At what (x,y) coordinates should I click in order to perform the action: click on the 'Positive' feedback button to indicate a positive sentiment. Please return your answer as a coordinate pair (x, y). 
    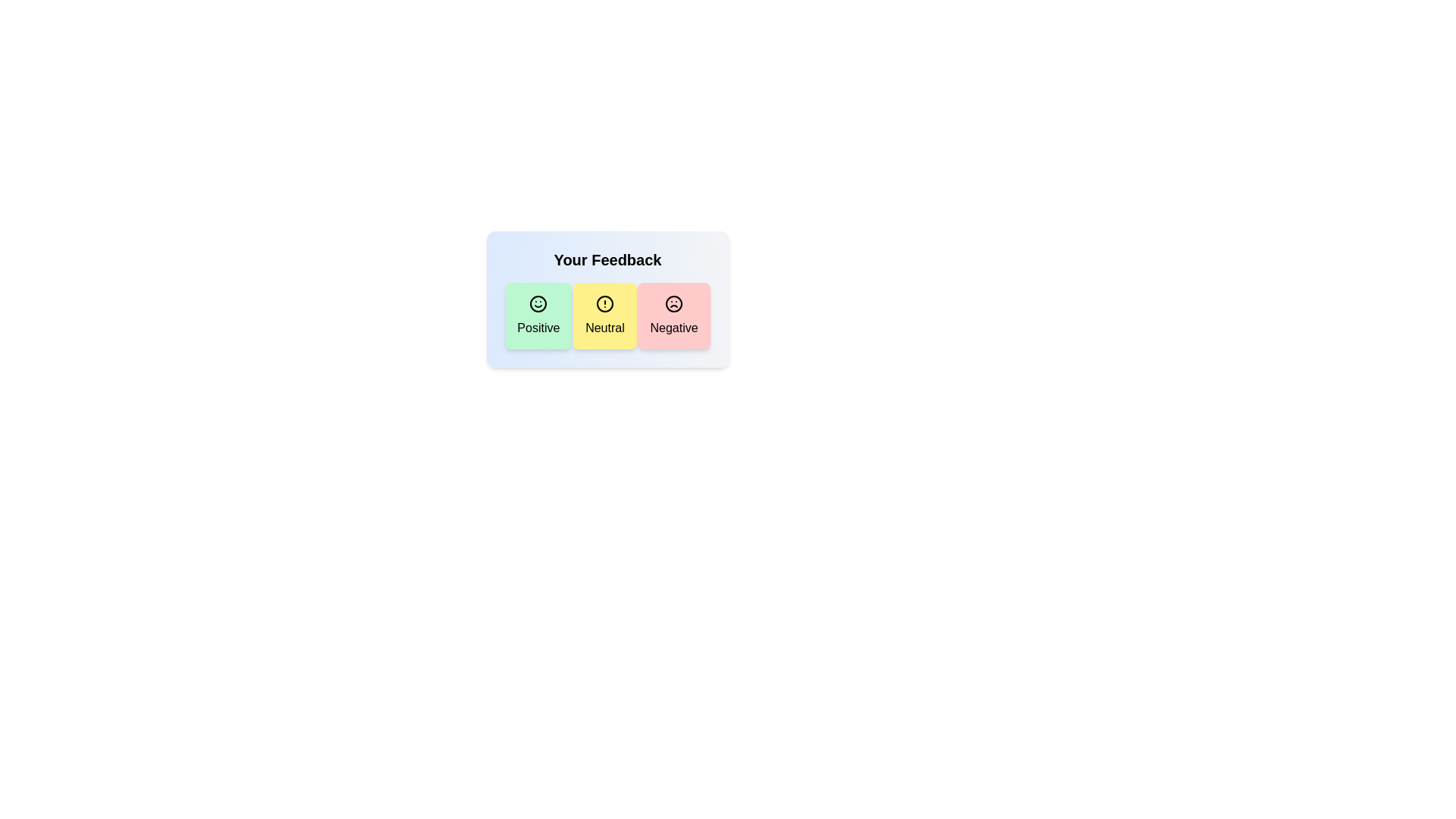
    Looking at the image, I should click on (538, 315).